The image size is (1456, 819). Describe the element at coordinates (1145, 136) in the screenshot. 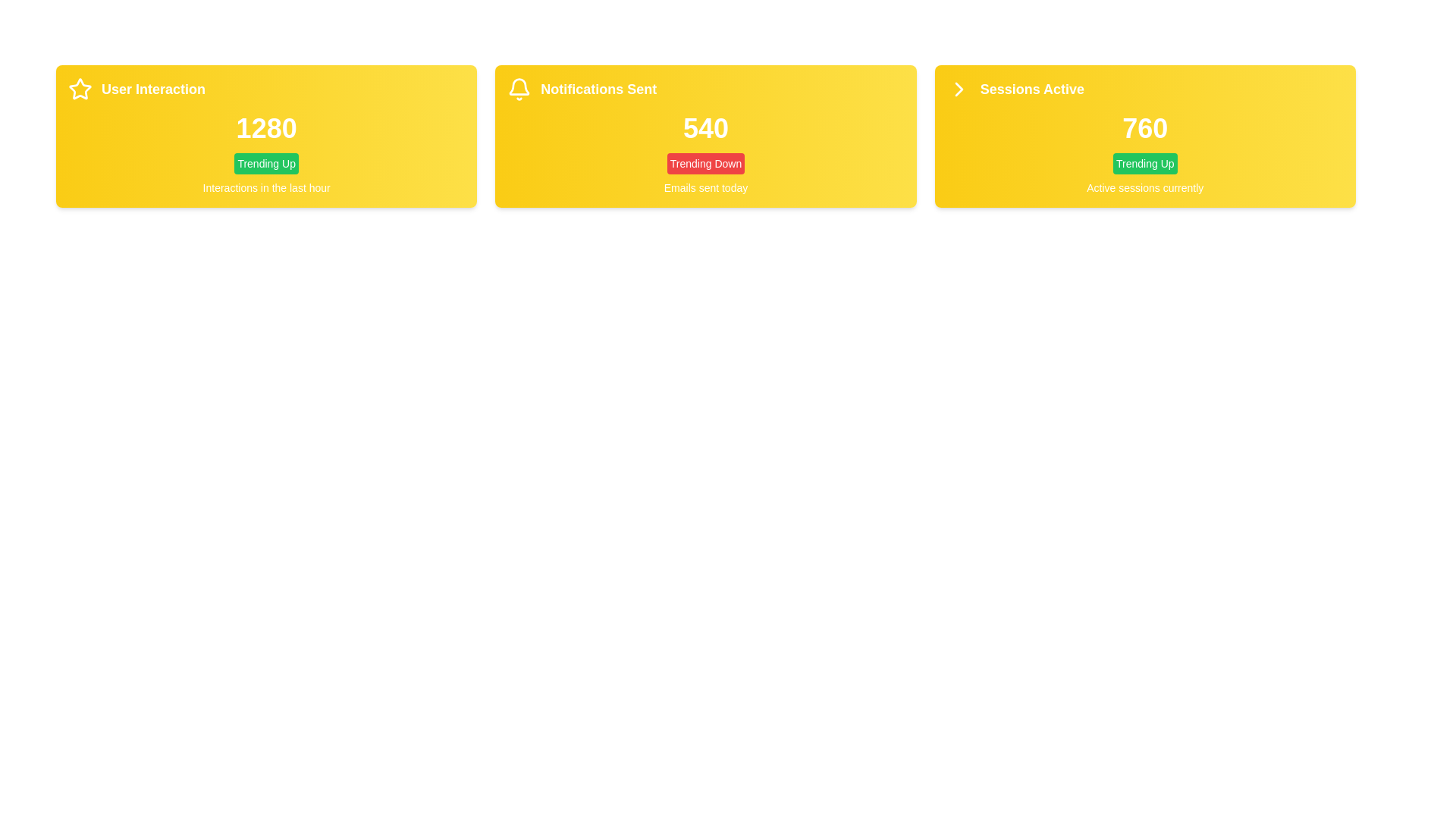

I see `the 'Sessions Active' Statistical summary card, which is the third card in a horizontally aligned triplet layout, featuring a gradient background, rounded corners, and displaying the title, 'Sessions Active', along with the number '760' and a green badge labeled 'Trending Up'` at that location.